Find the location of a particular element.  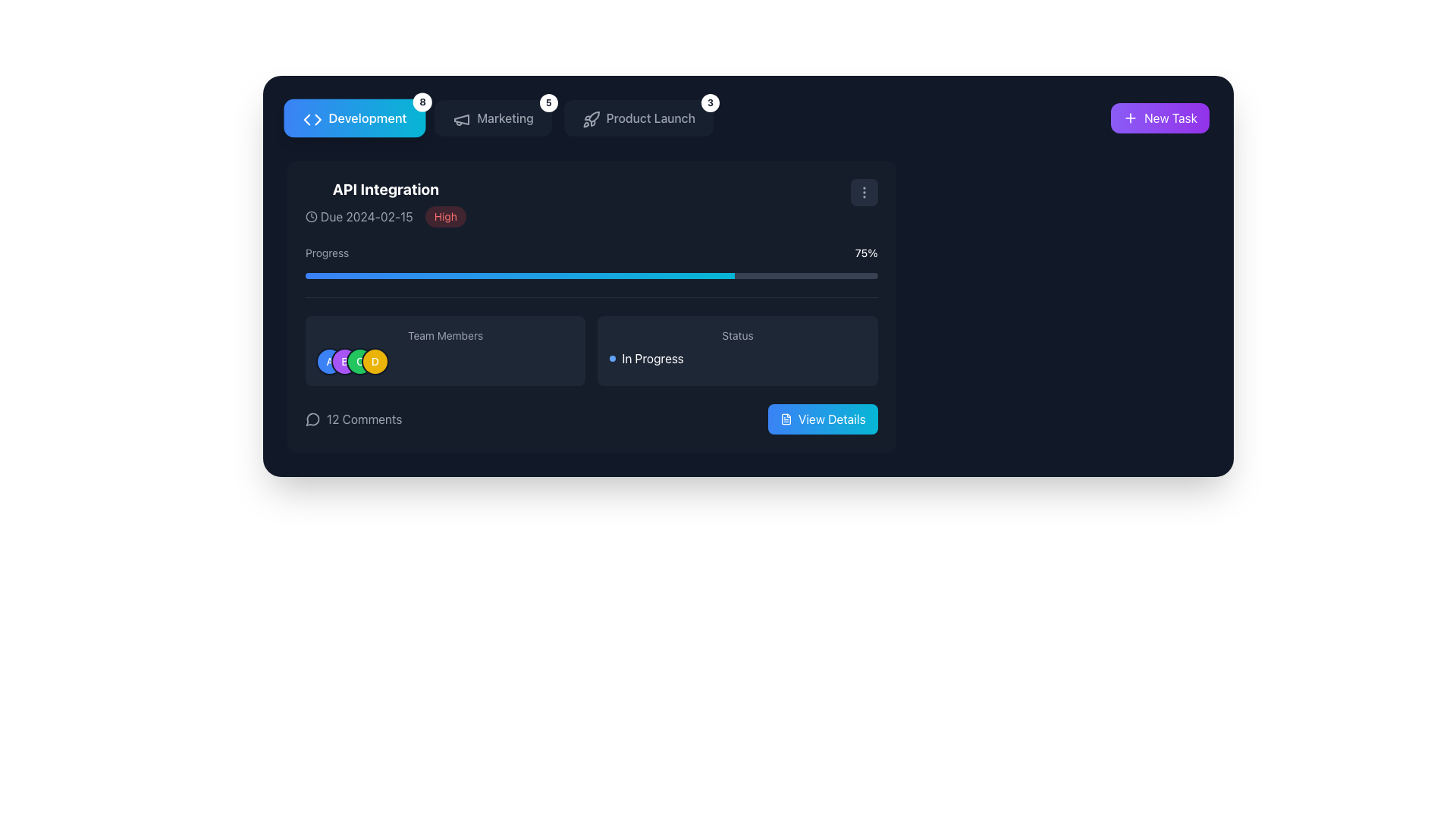

the text label that describes the progress indicator for the API Integration section to possibly reveal additional information is located at coordinates (326, 253).